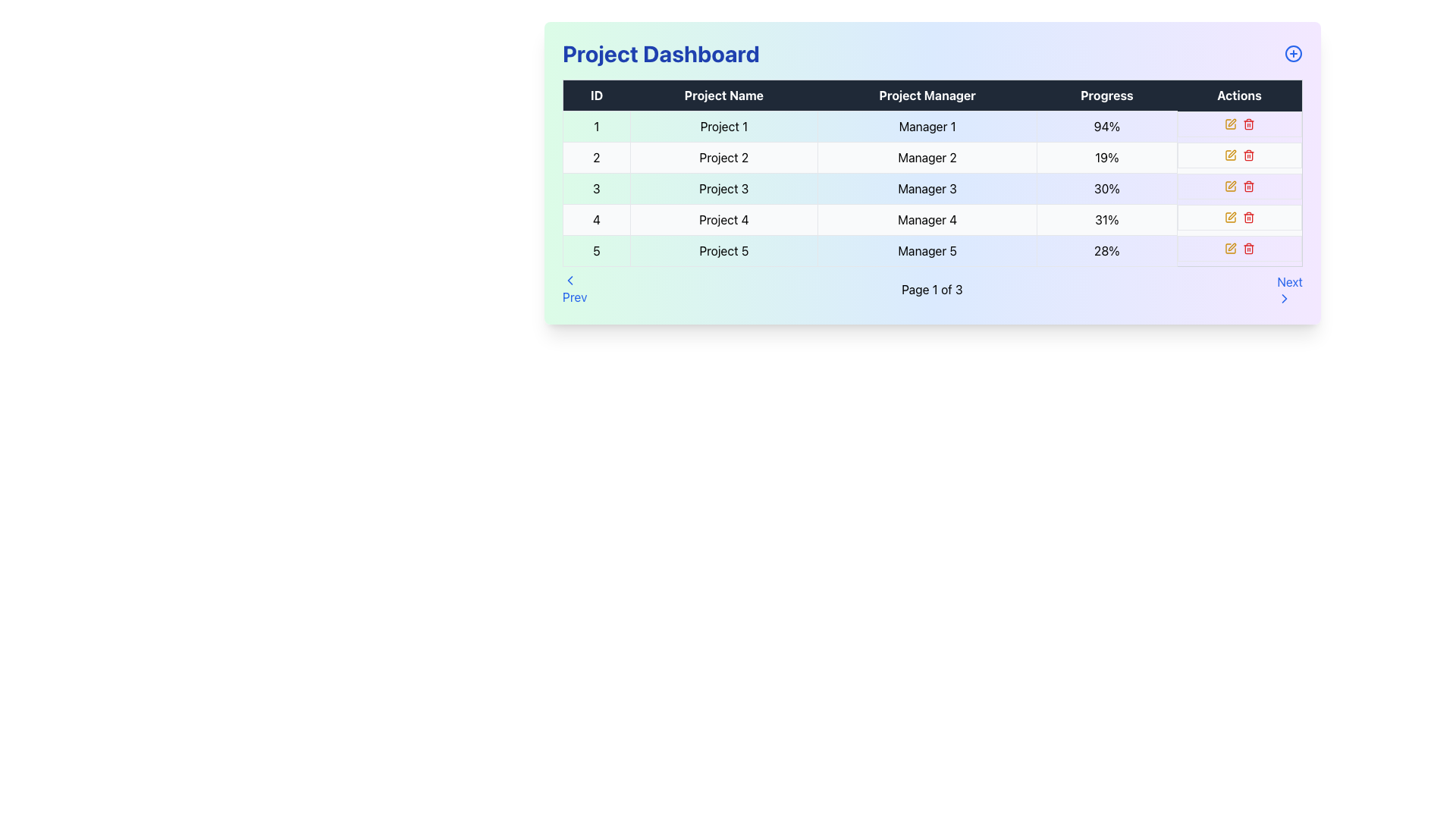 This screenshot has width=1456, height=819. I want to click on the 'Next' button located at the bottom right corner of the pagination bar, so click(1289, 289).